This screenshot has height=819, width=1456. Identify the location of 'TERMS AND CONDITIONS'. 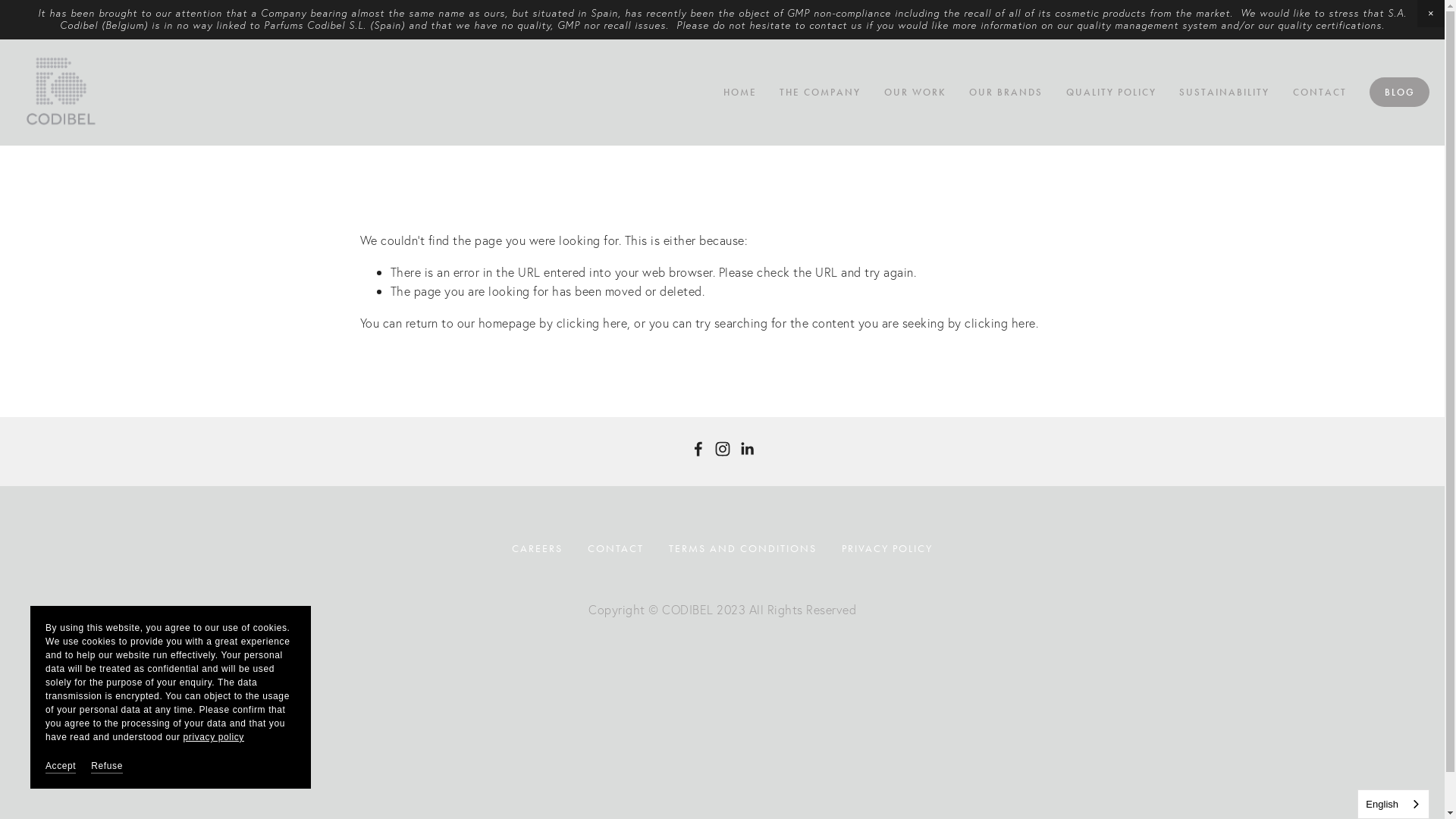
(742, 549).